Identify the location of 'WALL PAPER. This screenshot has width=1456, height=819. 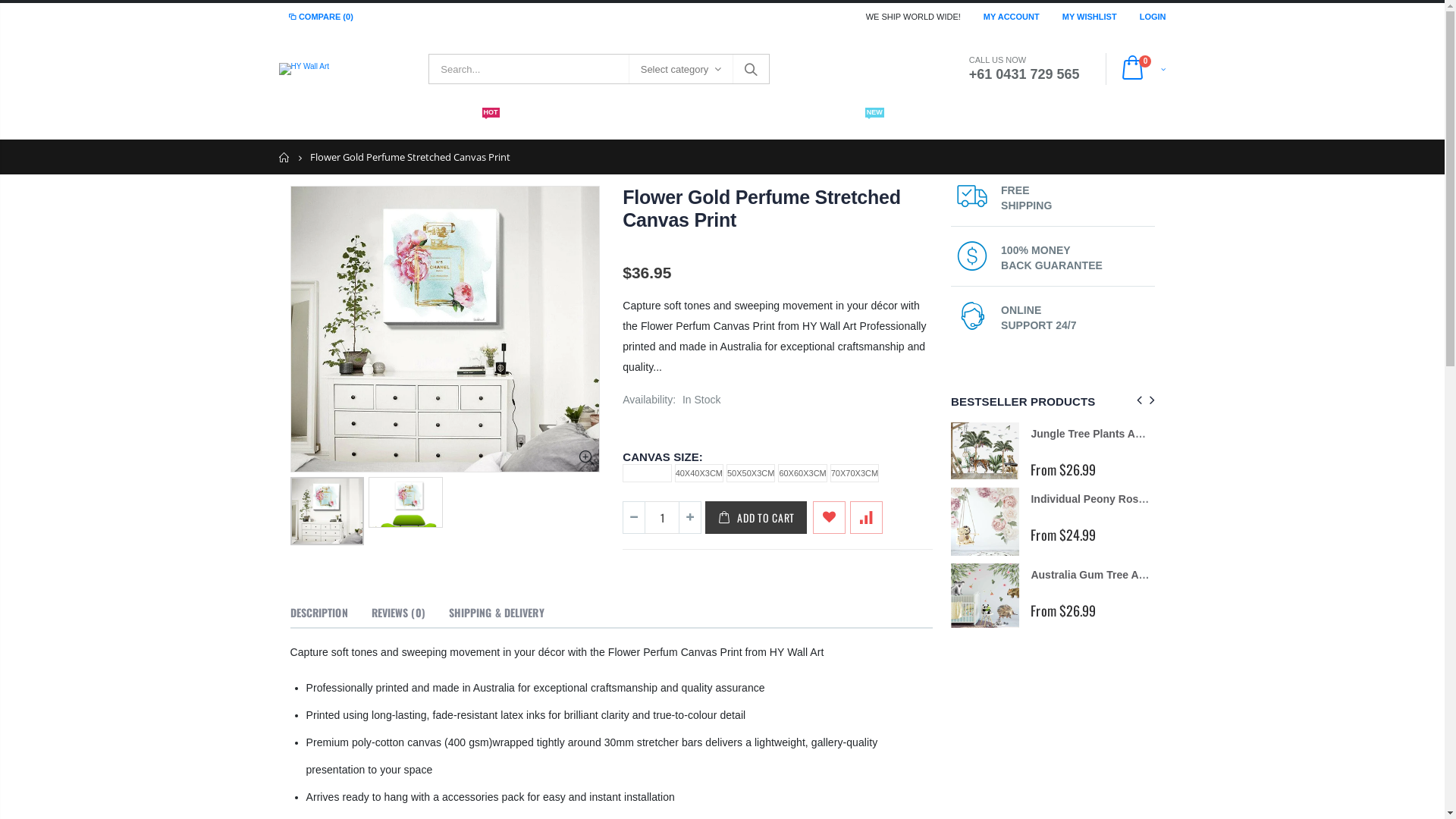
(461, 122).